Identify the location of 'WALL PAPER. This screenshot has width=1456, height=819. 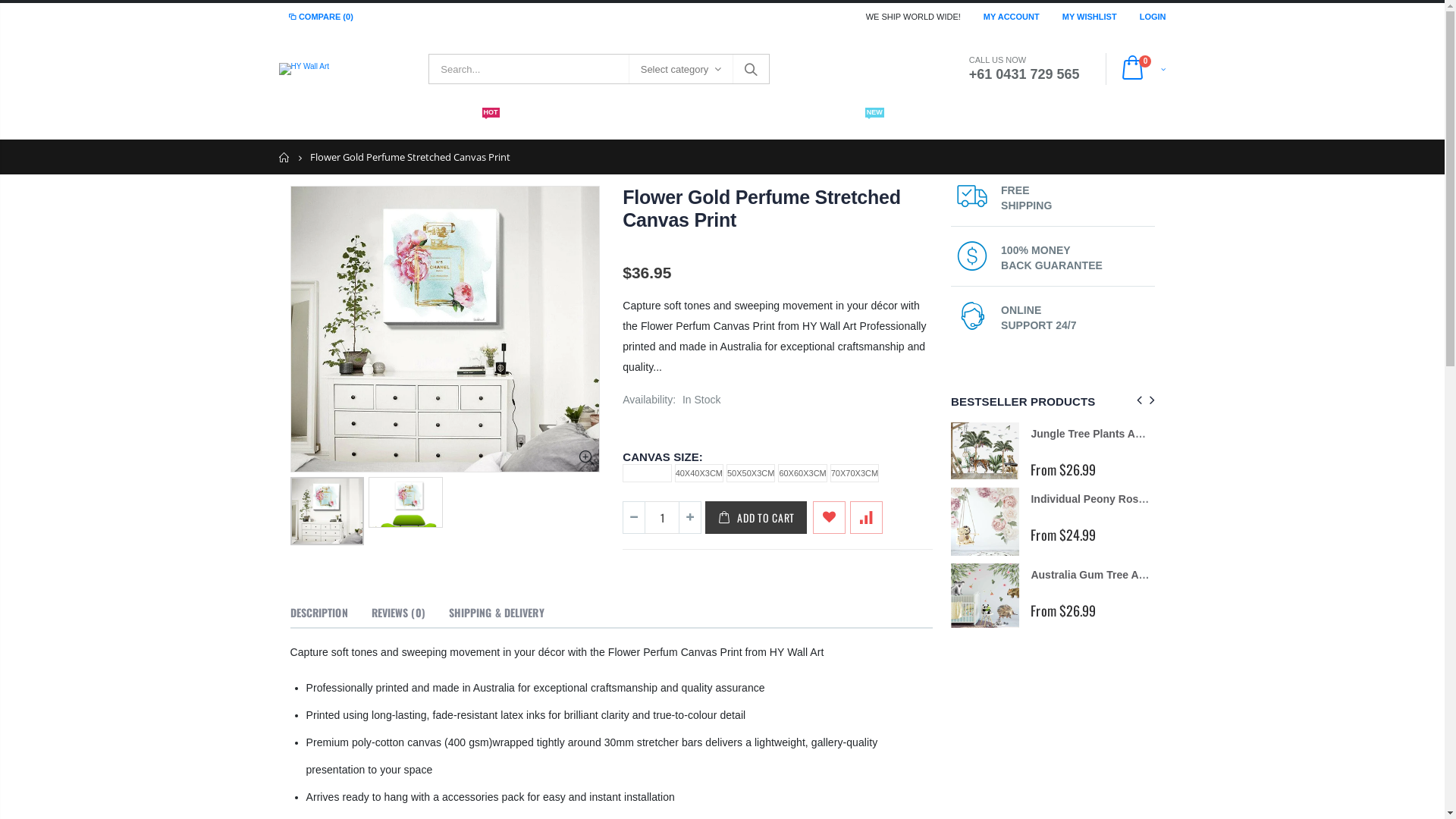
(461, 122).